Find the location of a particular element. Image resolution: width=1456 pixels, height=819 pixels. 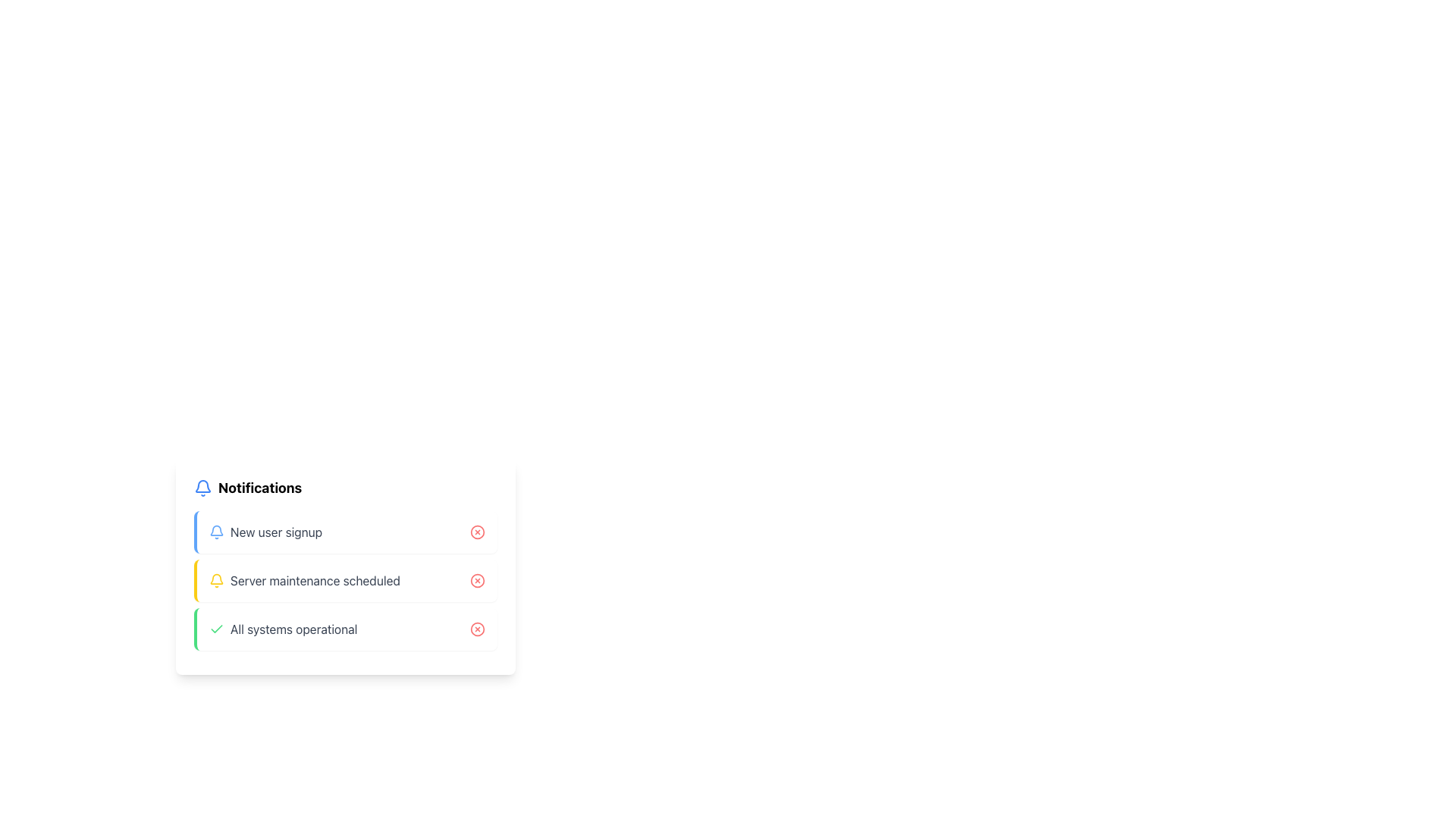

the notification message stating 'Server maintenance scheduled' is located at coordinates (345, 580).